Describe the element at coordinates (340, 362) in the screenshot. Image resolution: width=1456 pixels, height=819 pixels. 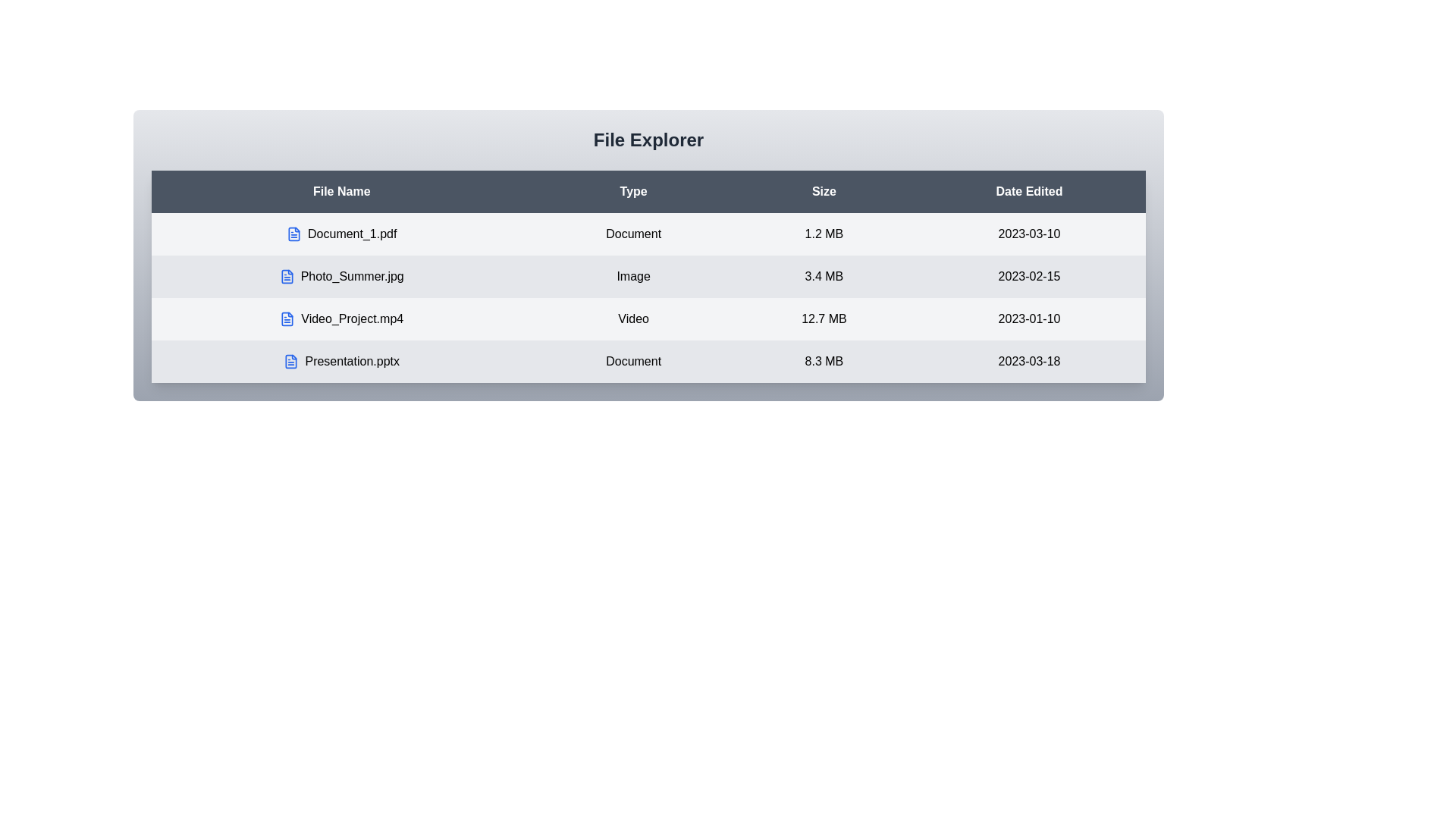
I see `the row corresponding to the file Presentation.pptx` at that location.